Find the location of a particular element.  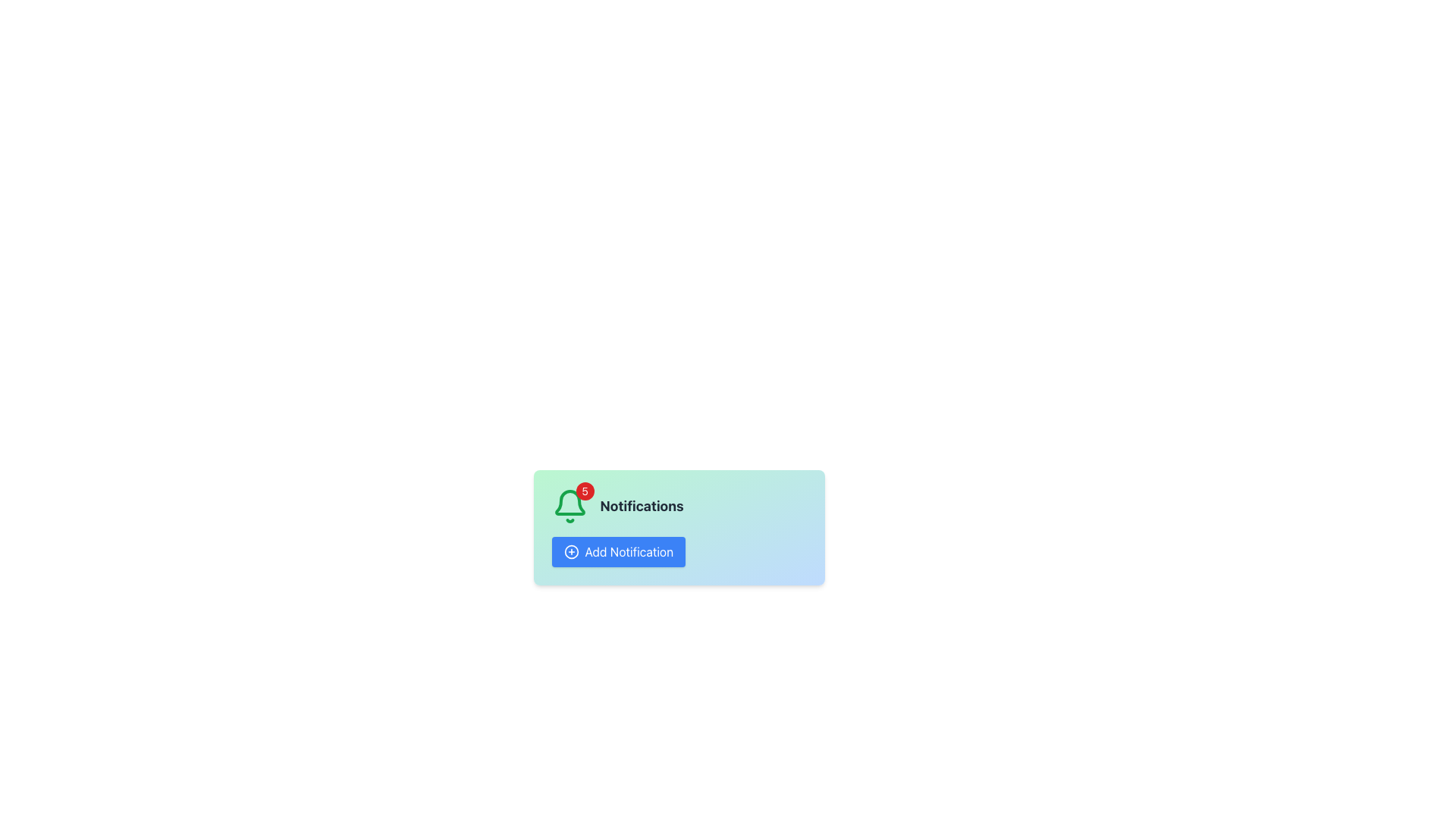

the rectangular blue button labeled 'Add Notification' to observe a styling change is located at coordinates (618, 552).